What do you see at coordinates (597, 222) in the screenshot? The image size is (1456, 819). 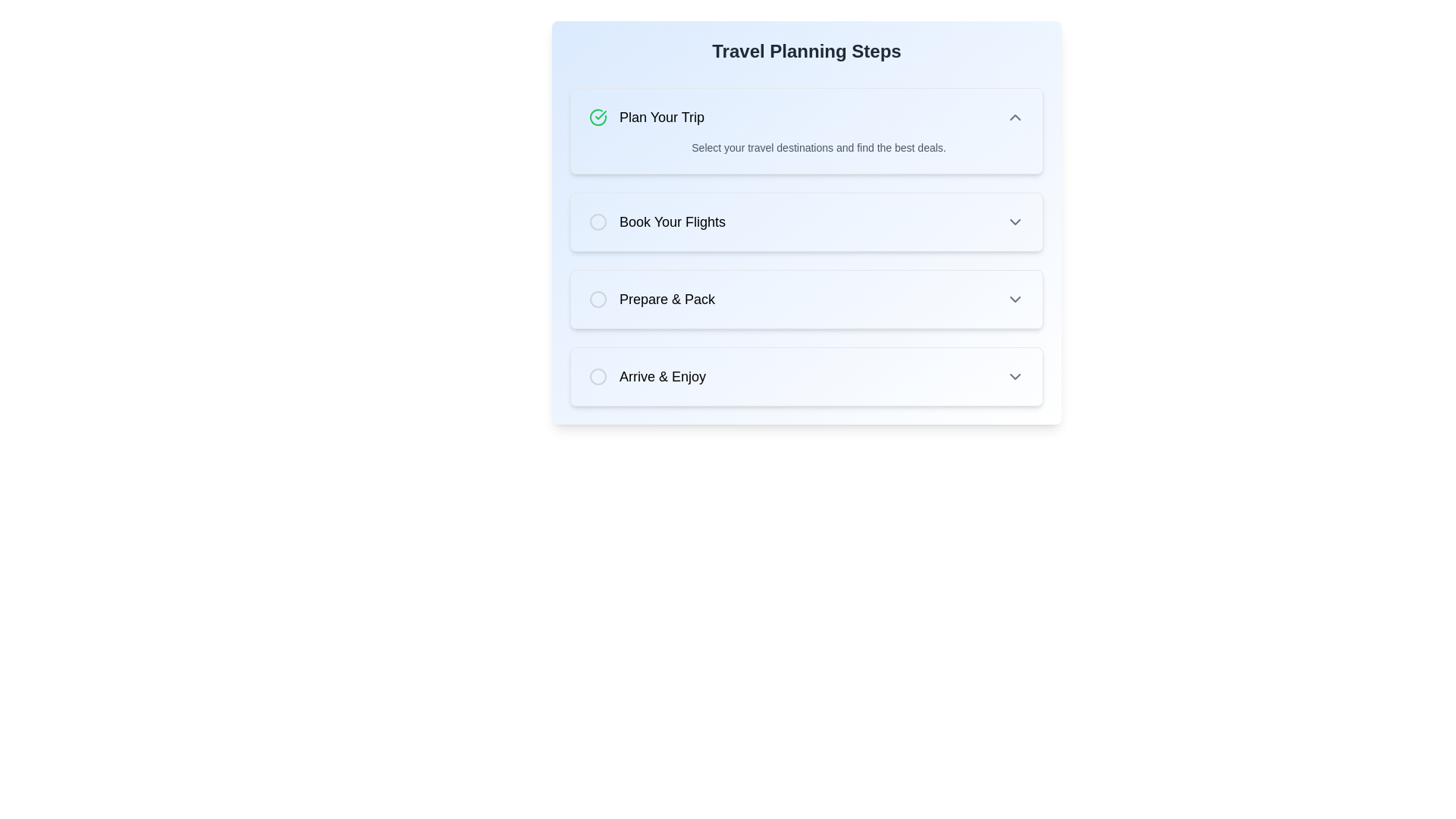 I see `the first circular icon in the 'Book Your Flights' section, which serves as a placeholder or symbol indicating a status or selectable point for user interaction` at bounding box center [597, 222].